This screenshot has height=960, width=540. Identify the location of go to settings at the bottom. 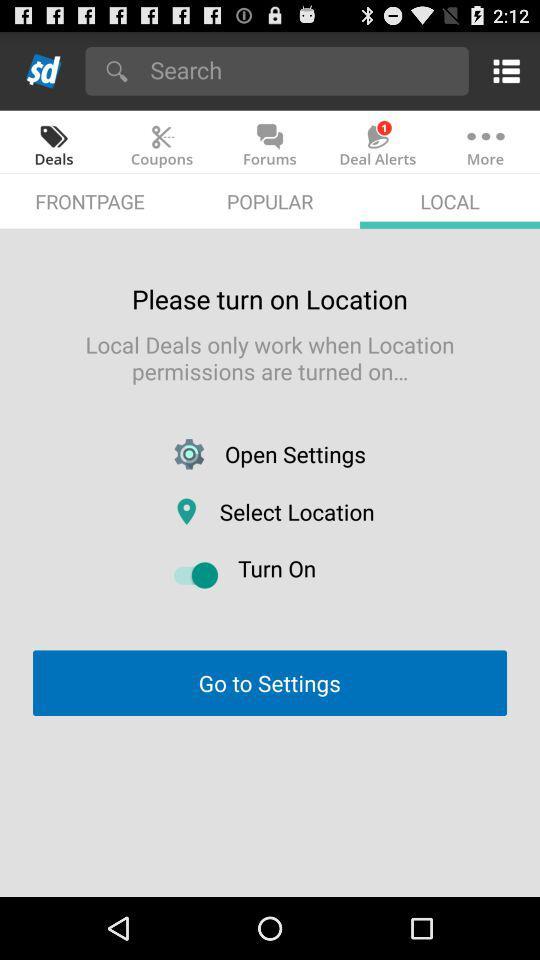
(269, 683).